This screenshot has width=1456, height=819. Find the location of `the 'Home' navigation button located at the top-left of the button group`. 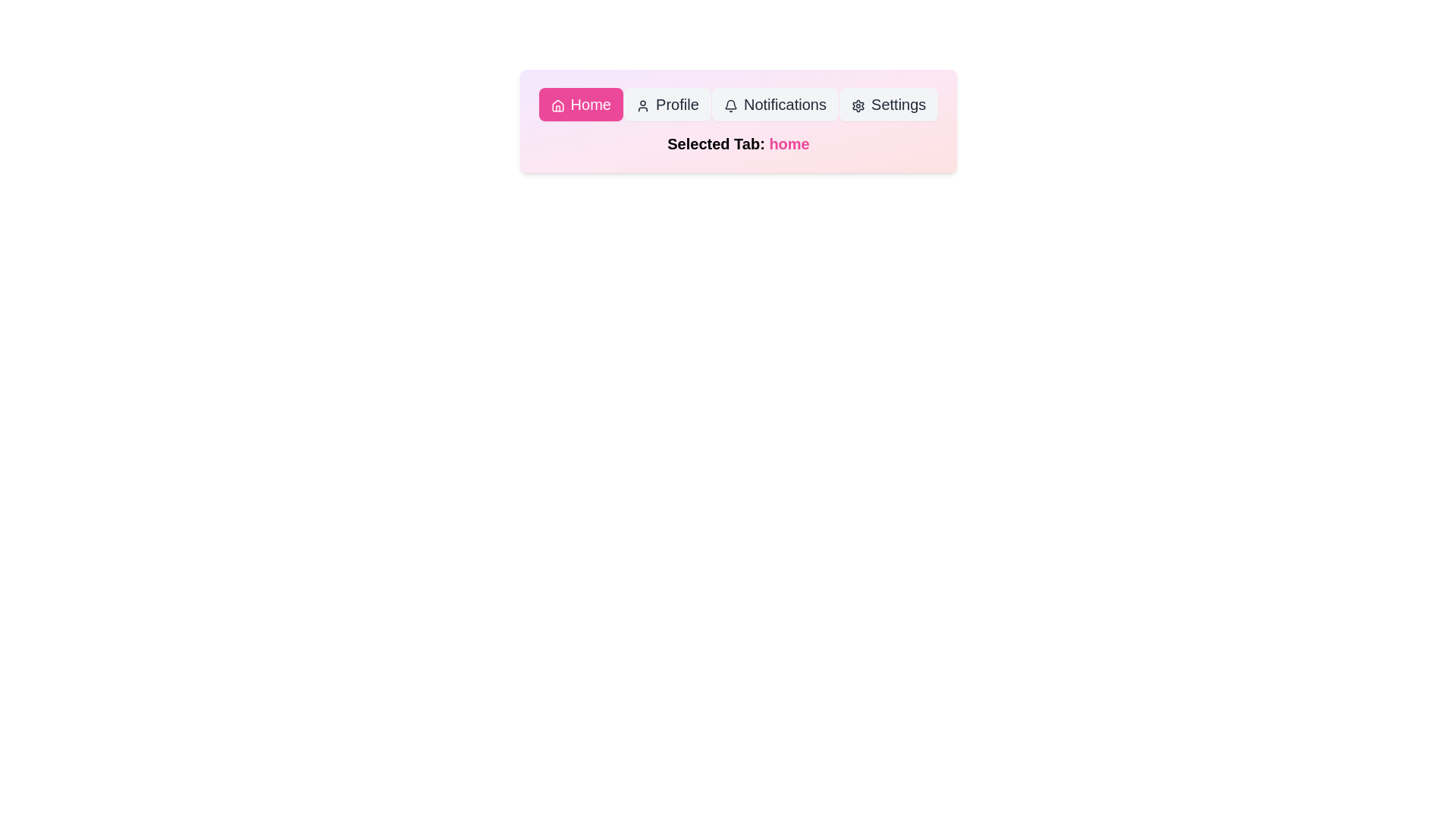

the 'Home' navigation button located at the top-left of the button group is located at coordinates (580, 104).